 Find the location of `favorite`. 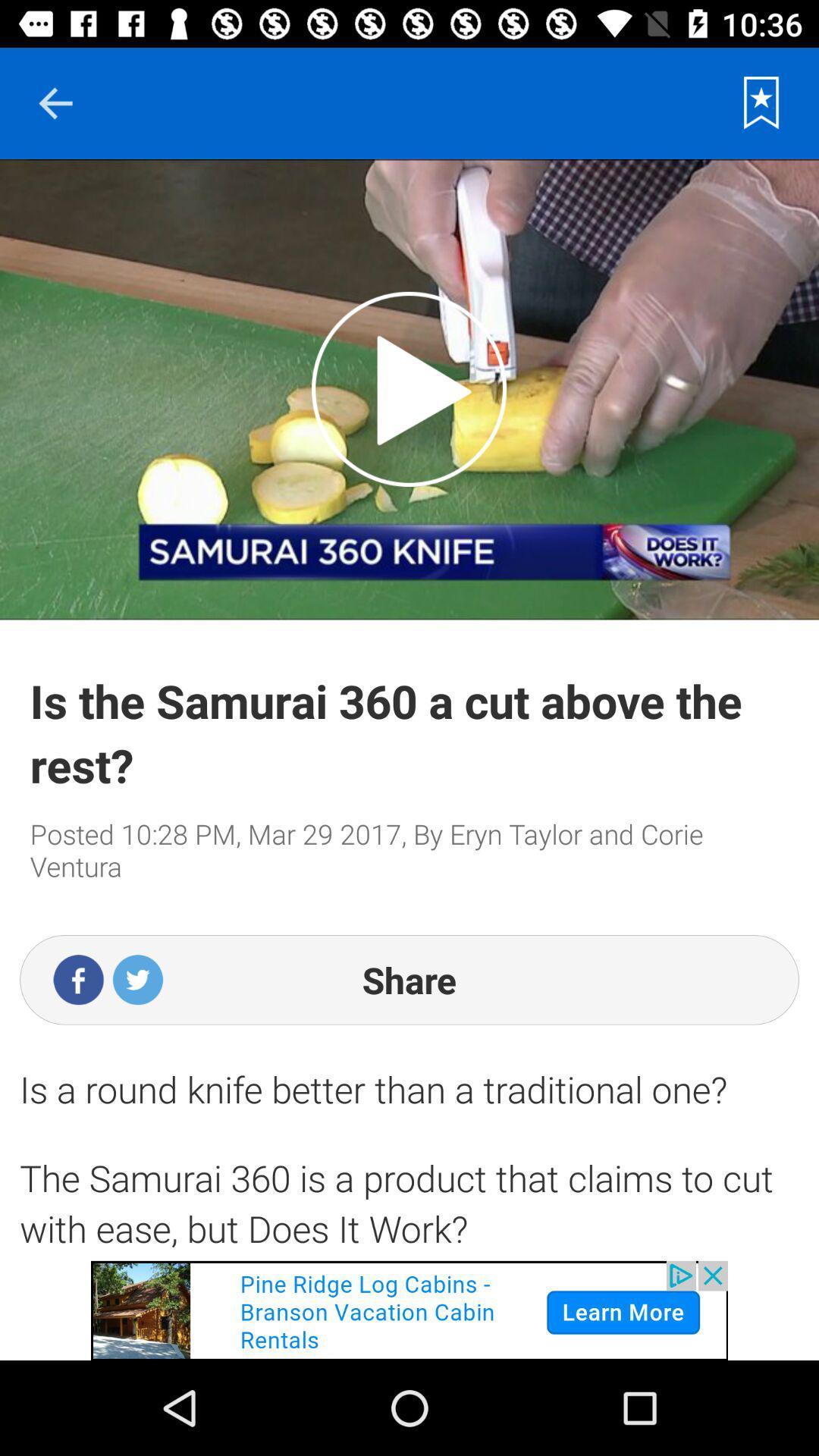

favorite is located at coordinates (761, 102).